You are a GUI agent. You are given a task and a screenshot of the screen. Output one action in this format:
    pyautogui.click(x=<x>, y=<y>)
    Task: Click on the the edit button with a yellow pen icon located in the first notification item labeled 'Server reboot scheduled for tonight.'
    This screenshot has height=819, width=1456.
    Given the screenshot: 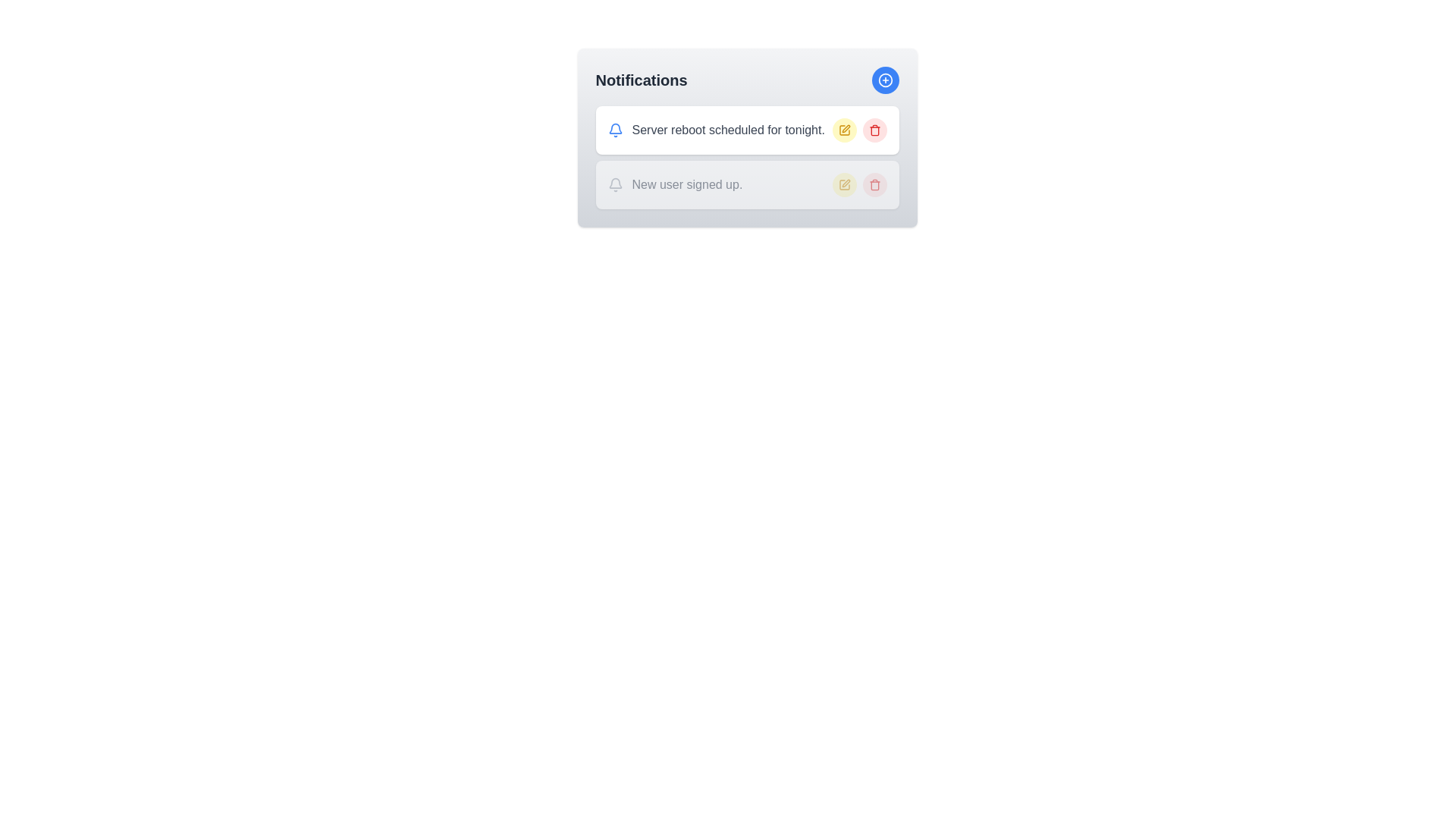 What is the action you would take?
    pyautogui.click(x=843, y=130)
    